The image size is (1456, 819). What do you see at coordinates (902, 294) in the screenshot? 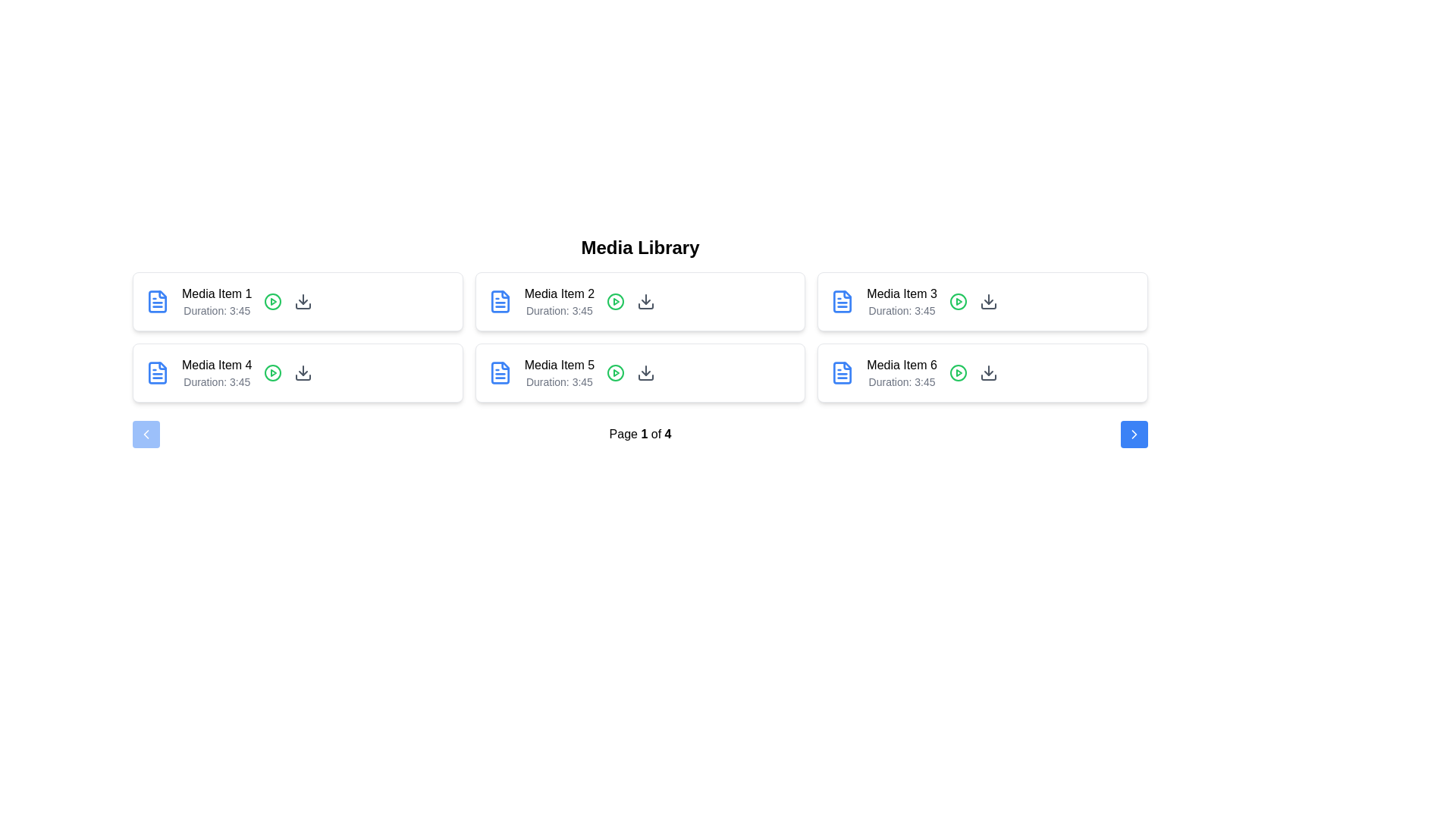
I see `the Text Label that identifies the media item as 'Media Item 3', located in the second row, second column of the media library grid` at bounding box center [902, 294].